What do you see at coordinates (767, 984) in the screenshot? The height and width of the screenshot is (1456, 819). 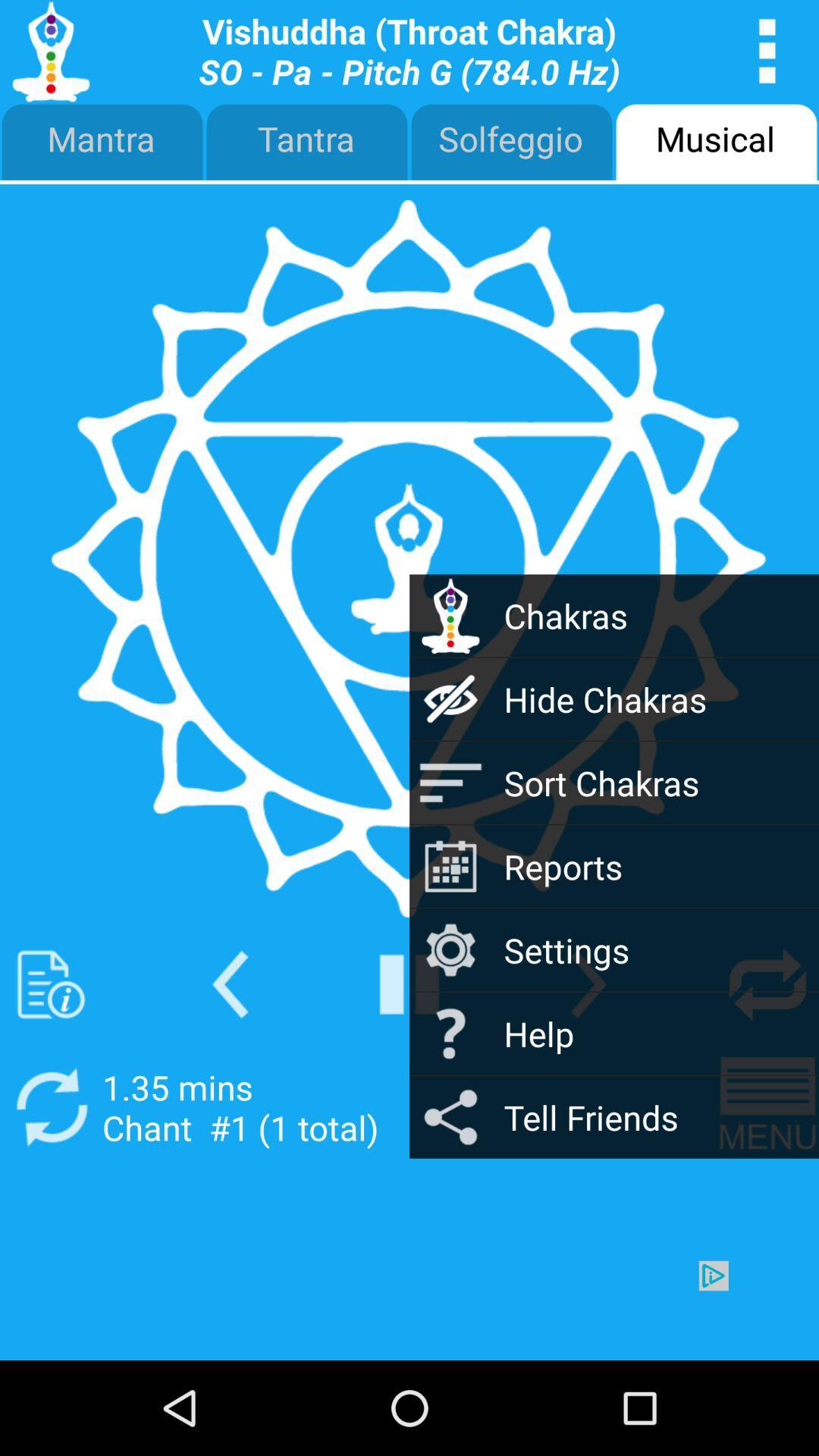 I see `refresh` at bounding box center [767, 984].